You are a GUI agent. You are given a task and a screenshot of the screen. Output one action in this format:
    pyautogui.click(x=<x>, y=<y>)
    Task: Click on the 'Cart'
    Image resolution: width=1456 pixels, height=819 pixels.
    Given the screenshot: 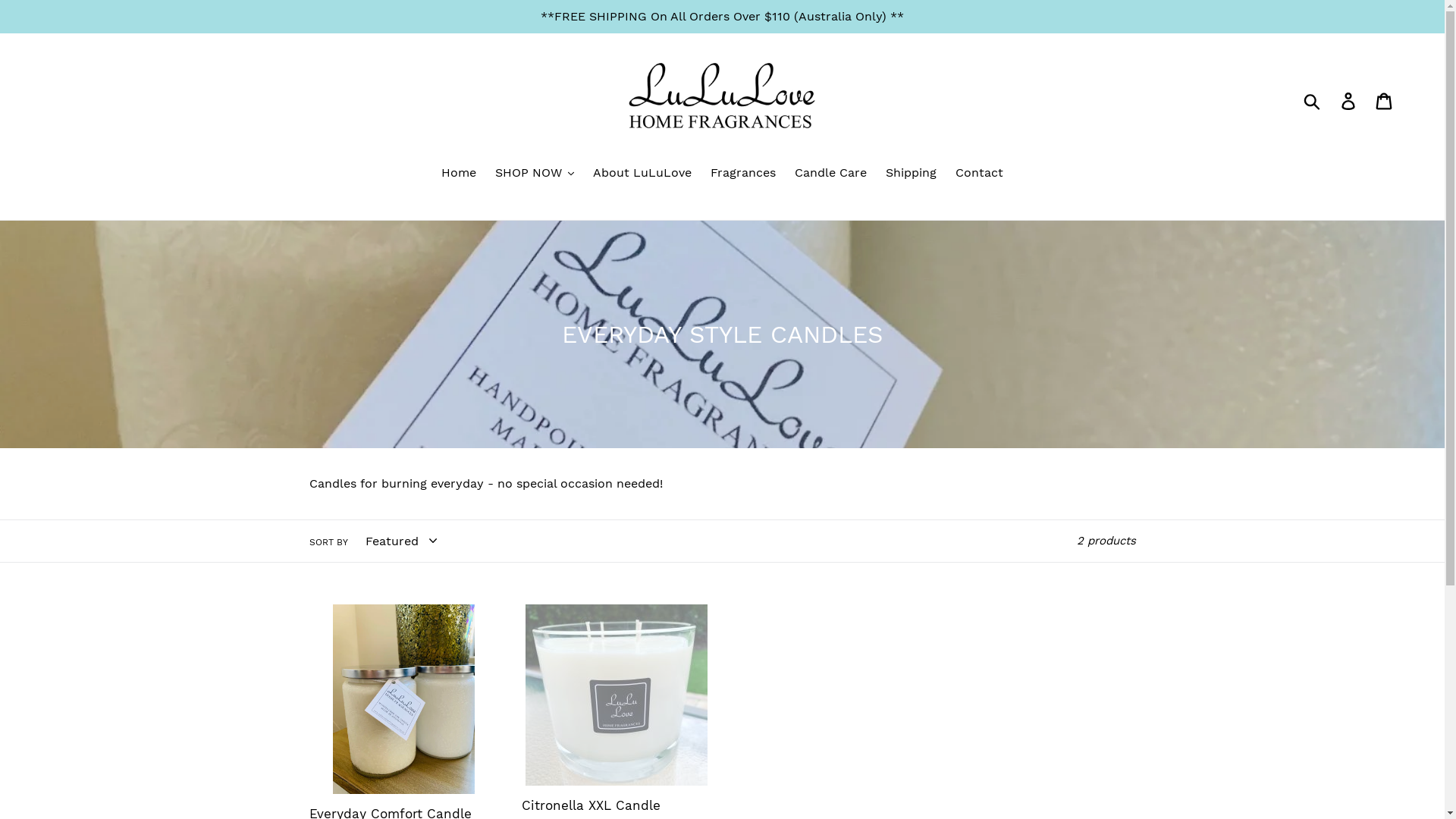 What is the action you would take?
    pyautogui.click(x=1367, y=100)
    